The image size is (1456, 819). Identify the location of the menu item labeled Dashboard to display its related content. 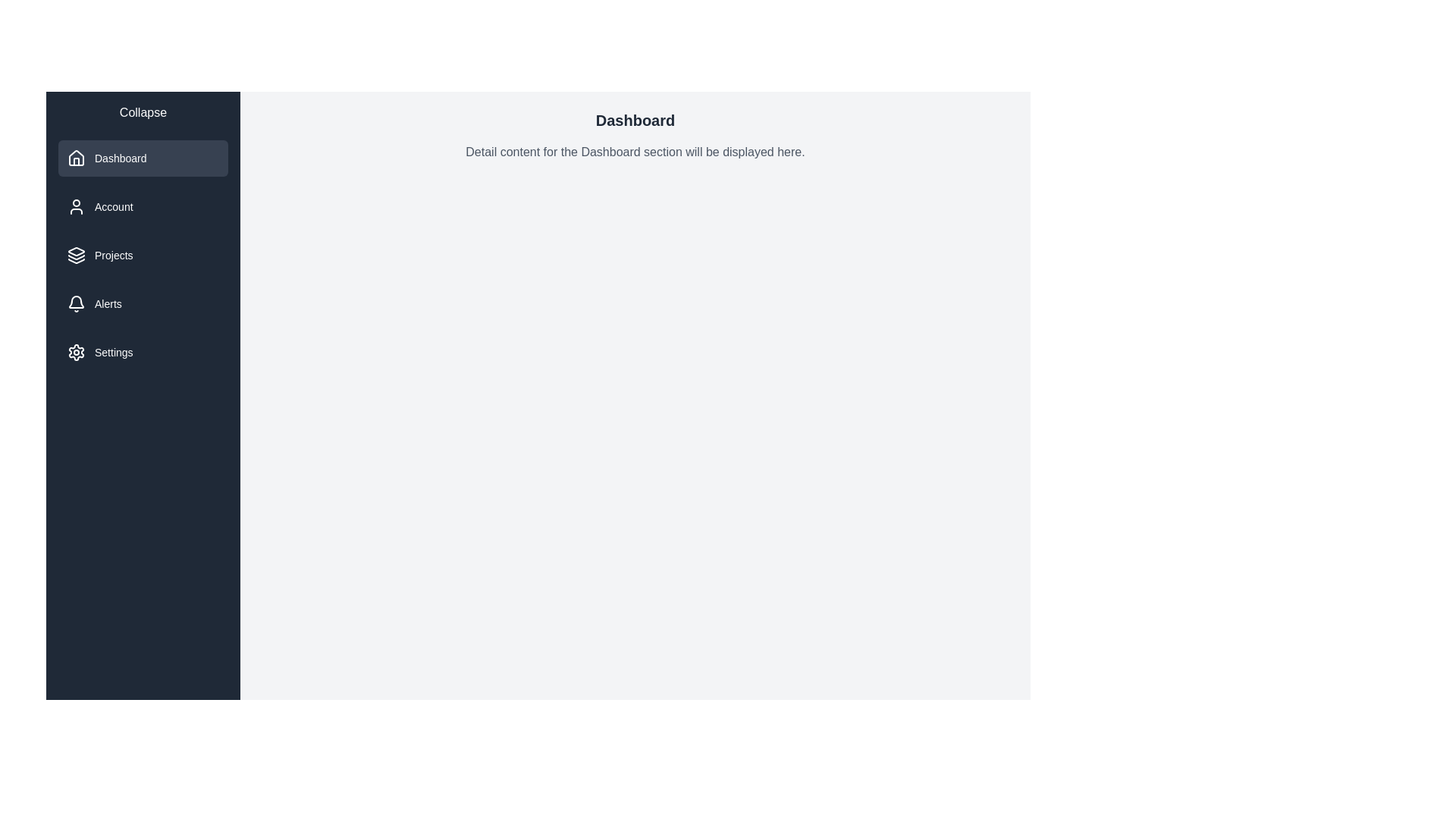
(143, 158).